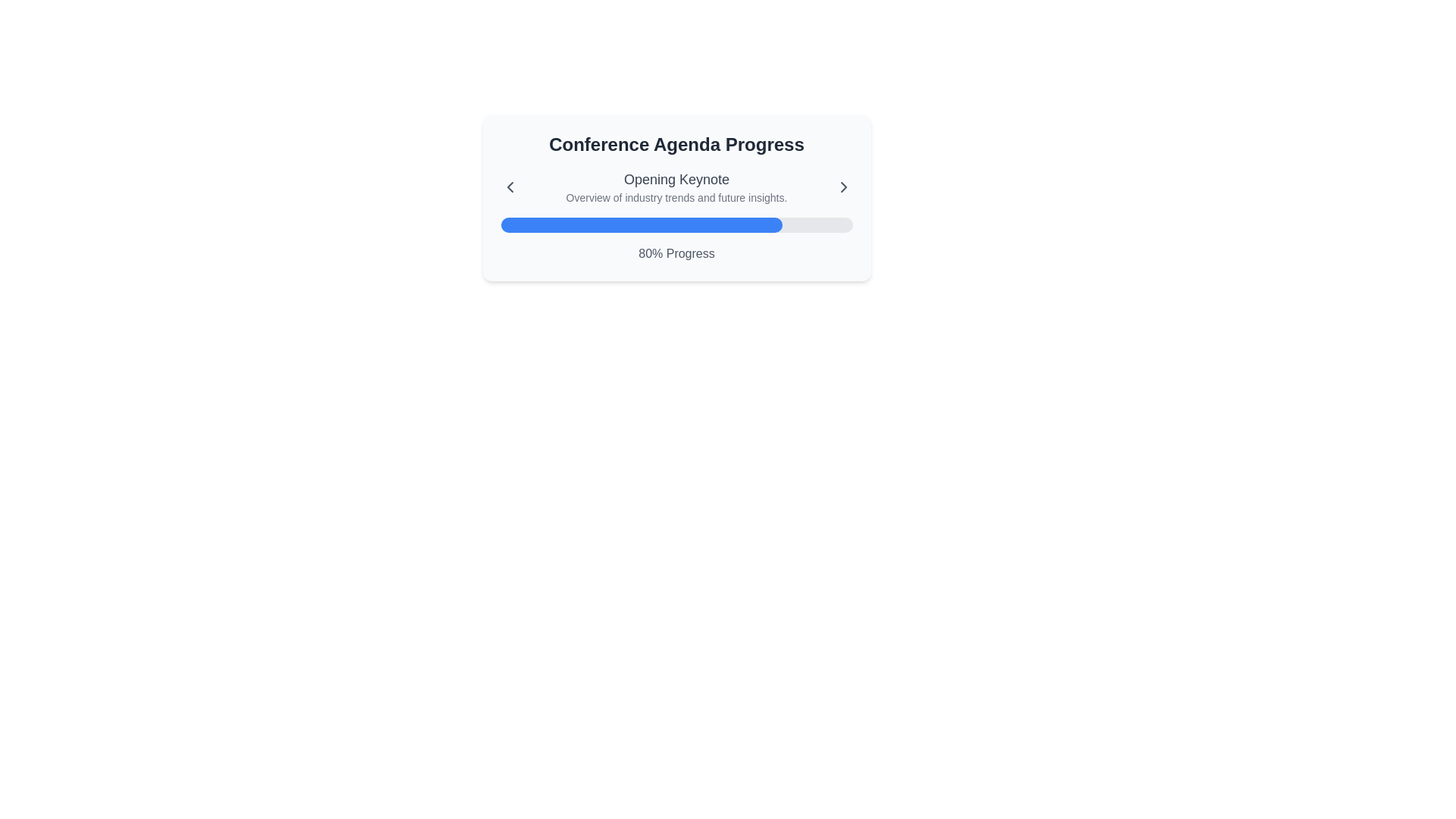 This screenshot has height=819, width=1456. What do you see at coordinates (510, 186) in the screenshot?
I see `the left-pointing chevron icon, which is dark gray and located to the left of the 'Opening Keynote' text block` at bounding box center [510, 186].